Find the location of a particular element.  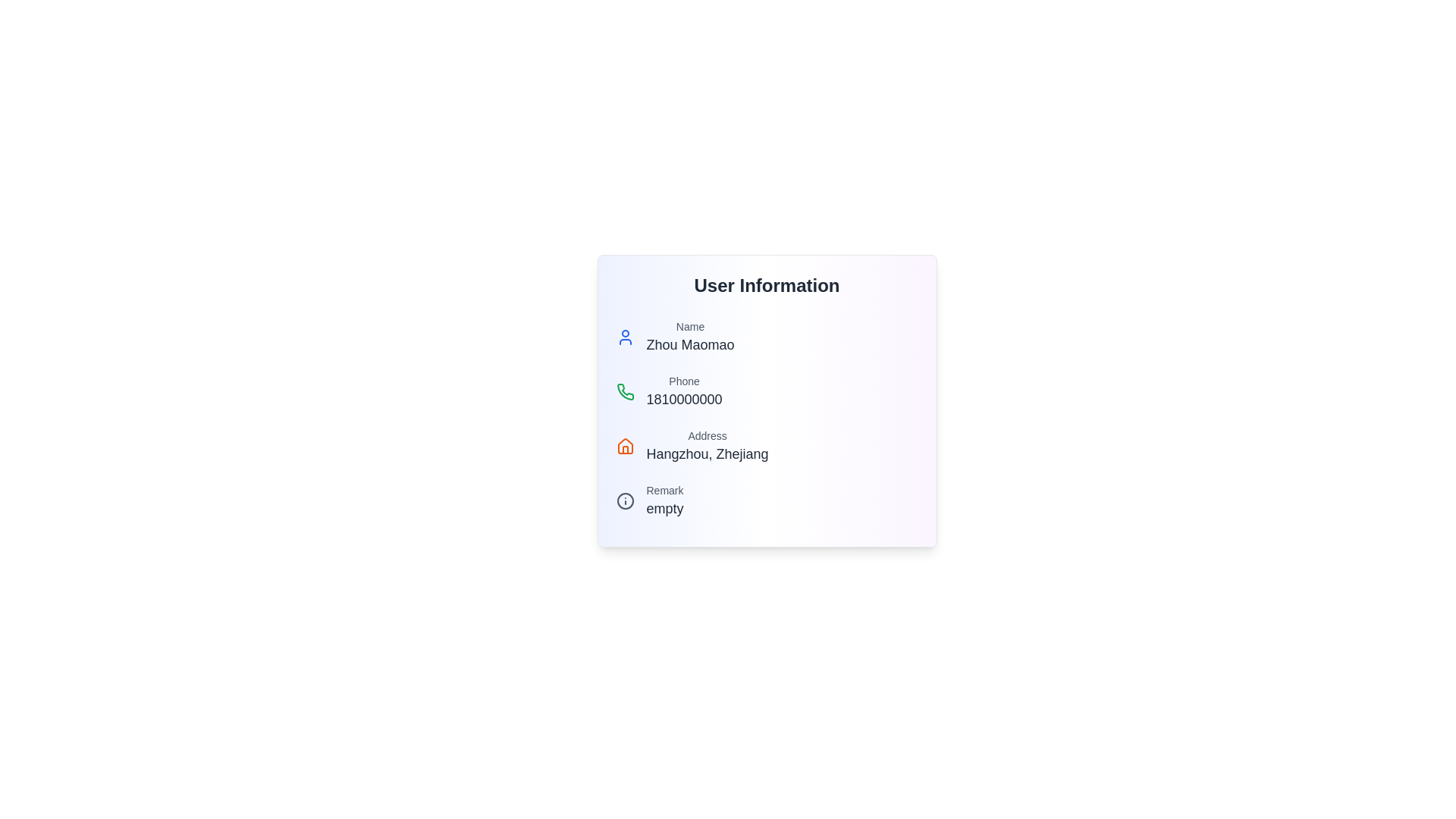

on the text display showing '1810000000' located below the green phone icon in the 'User Information' panel is located at coordinates (683, 391).